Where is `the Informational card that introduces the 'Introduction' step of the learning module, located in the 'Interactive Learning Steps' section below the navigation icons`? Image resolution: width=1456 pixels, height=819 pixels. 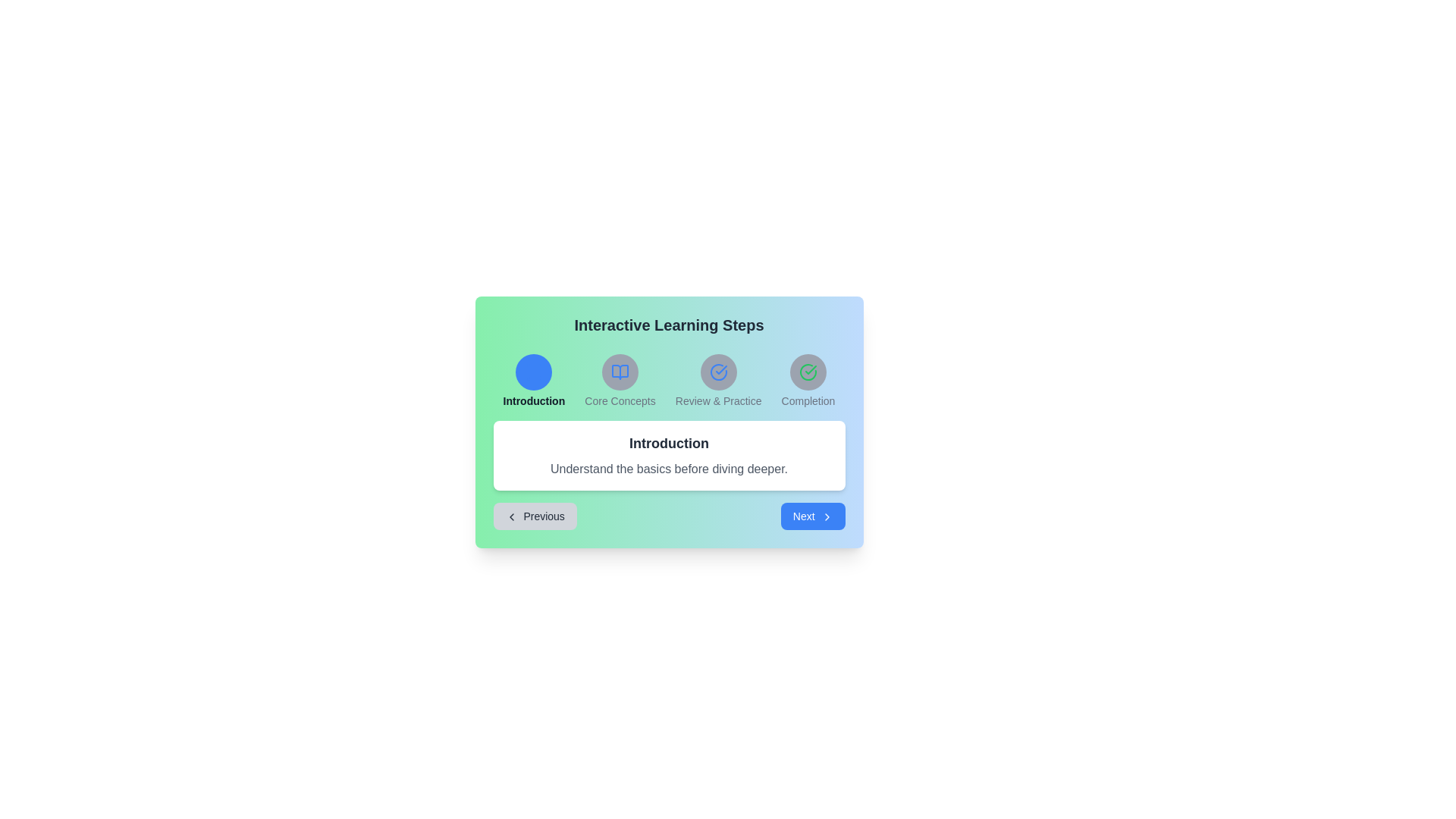 the Informational card that introduces the 'Introduction' step of the learning module, located in the 'Interactive Learning Steps' section below the navigation icons is located at coordinates (668, 455).